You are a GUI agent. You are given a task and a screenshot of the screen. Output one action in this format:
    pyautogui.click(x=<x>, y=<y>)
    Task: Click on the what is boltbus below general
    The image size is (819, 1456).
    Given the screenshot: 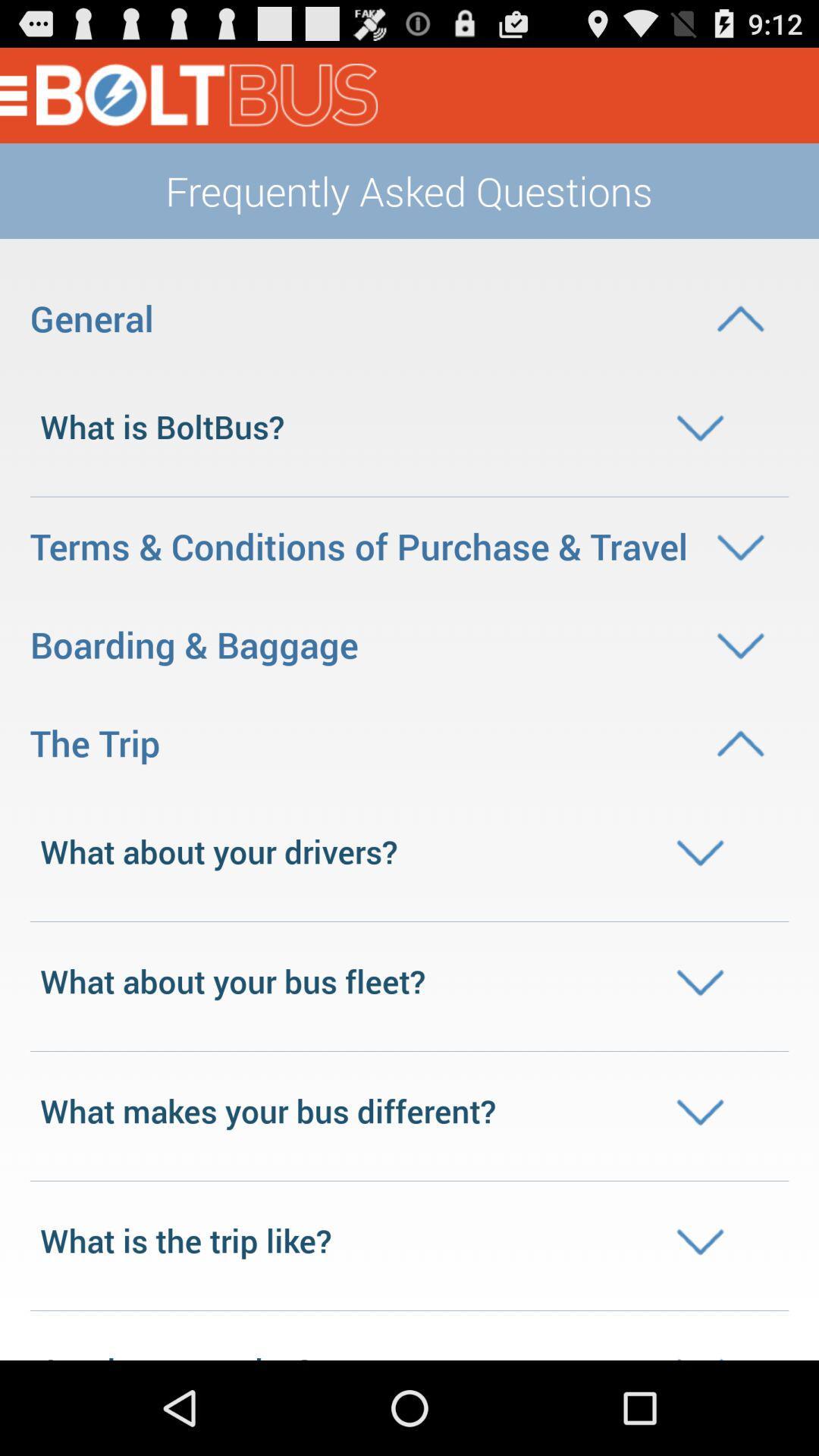 What is the action you would take?
    pyautogui.click(x=409, y=425)
    